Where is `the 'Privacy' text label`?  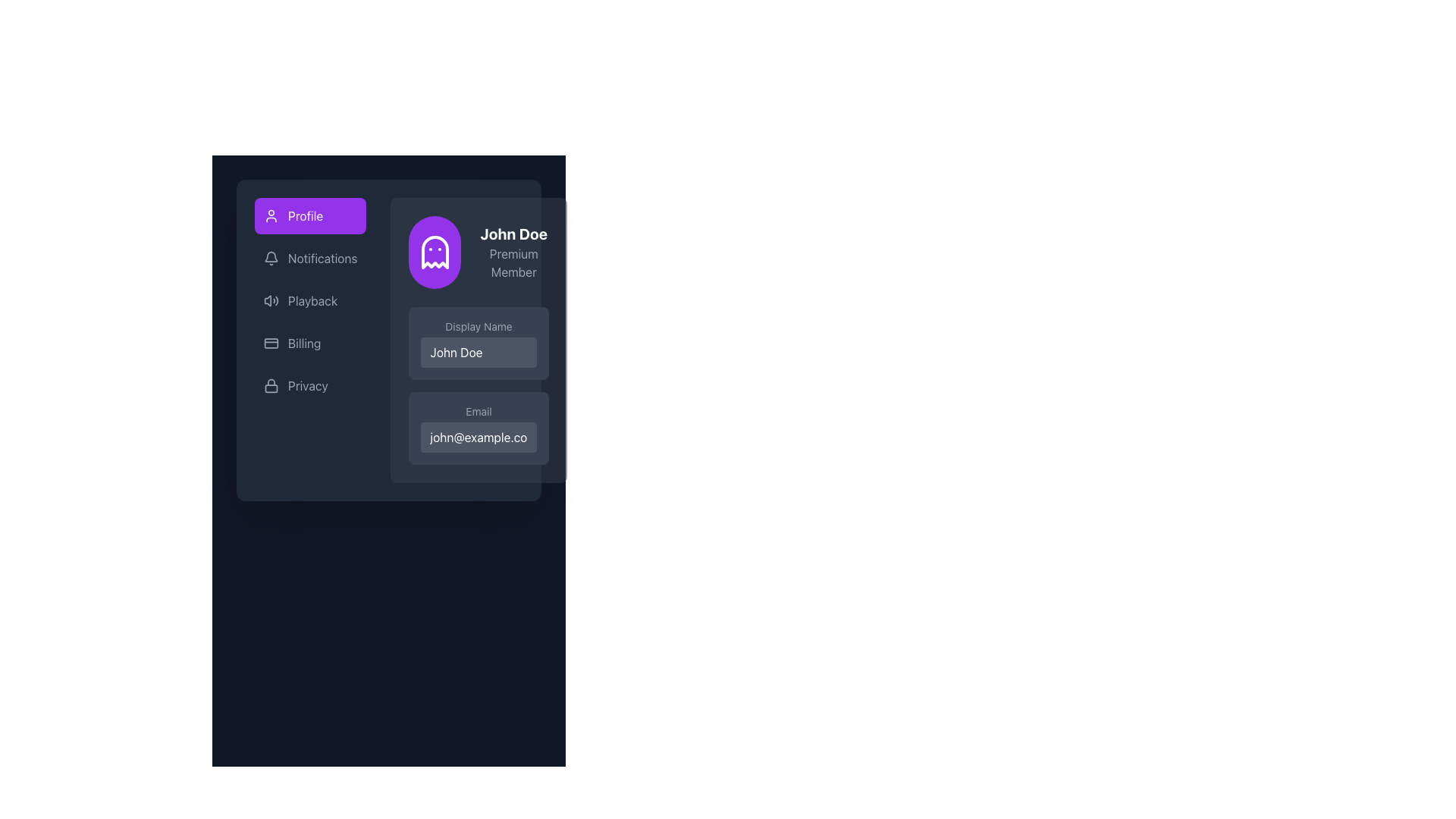
the 'Privacy' text label is located at coordinates (307, 385).